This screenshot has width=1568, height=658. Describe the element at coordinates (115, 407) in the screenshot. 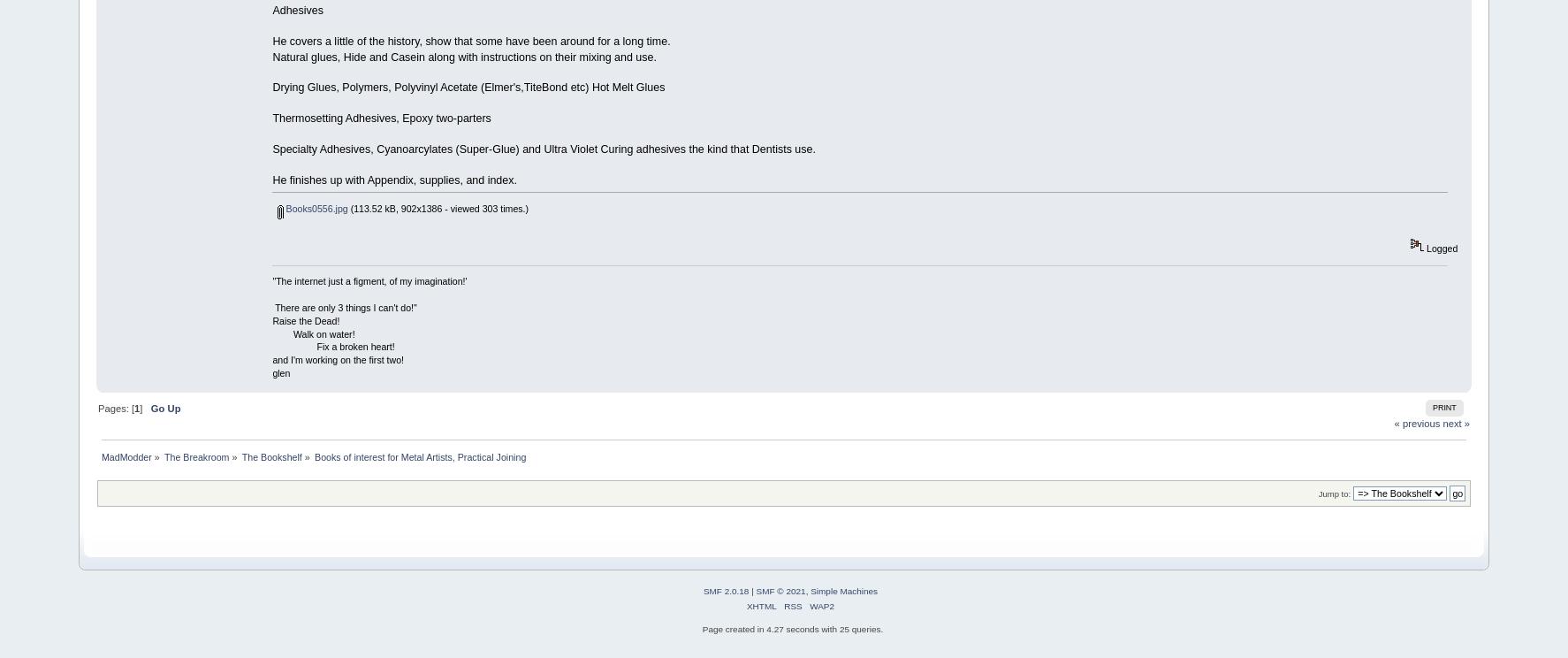

I see `'Pages: ['` at that location.